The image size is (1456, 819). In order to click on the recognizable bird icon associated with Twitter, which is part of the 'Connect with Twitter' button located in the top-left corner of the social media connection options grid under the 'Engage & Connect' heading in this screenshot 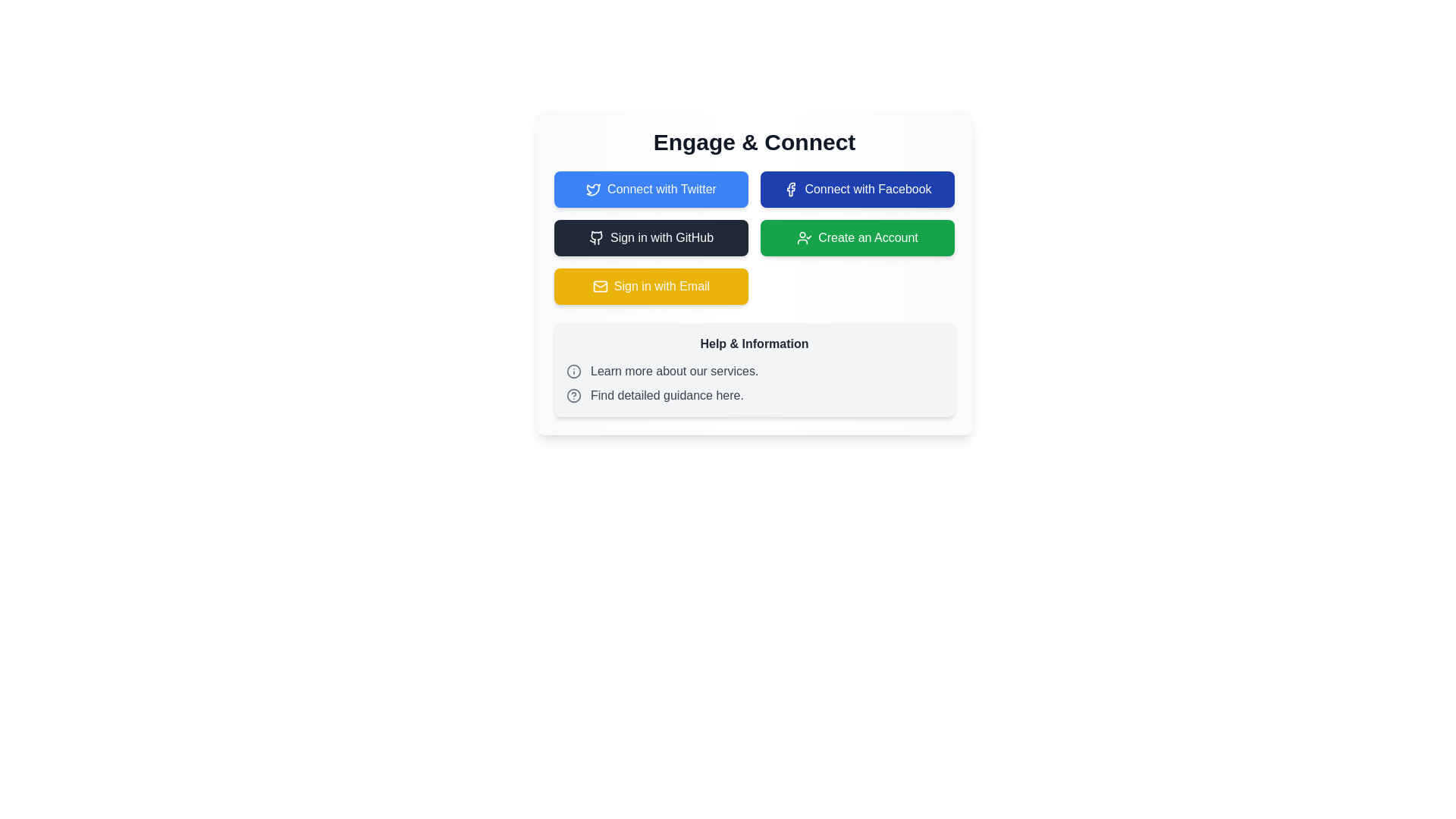, I will do `click(593, 189)`.